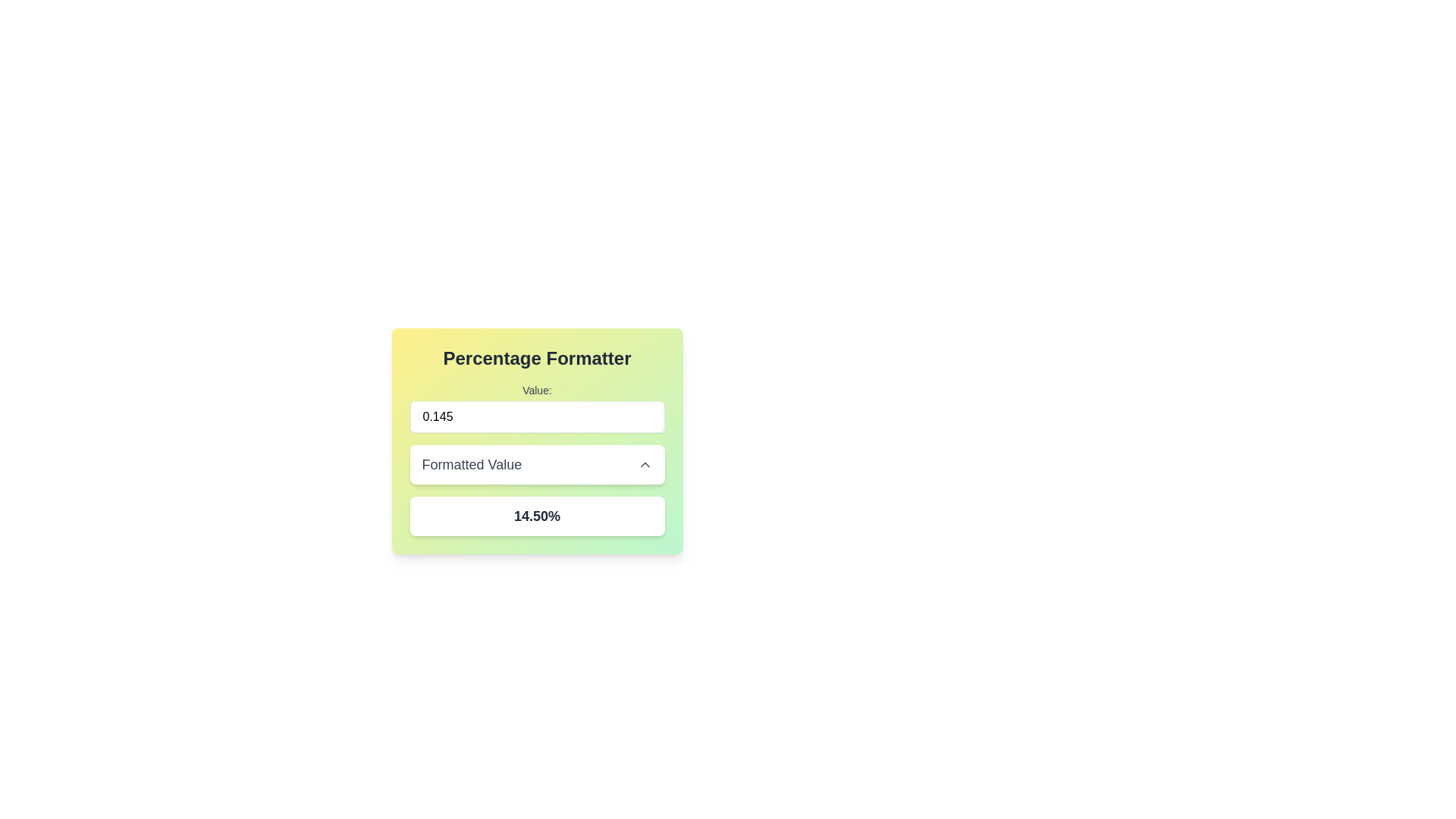 This screenshot has width=1456, height=819. I want to click on the Dropdown menu labeled 'Formatted Value' located in the 'Percentage Formatter' card, so click(537, 458).